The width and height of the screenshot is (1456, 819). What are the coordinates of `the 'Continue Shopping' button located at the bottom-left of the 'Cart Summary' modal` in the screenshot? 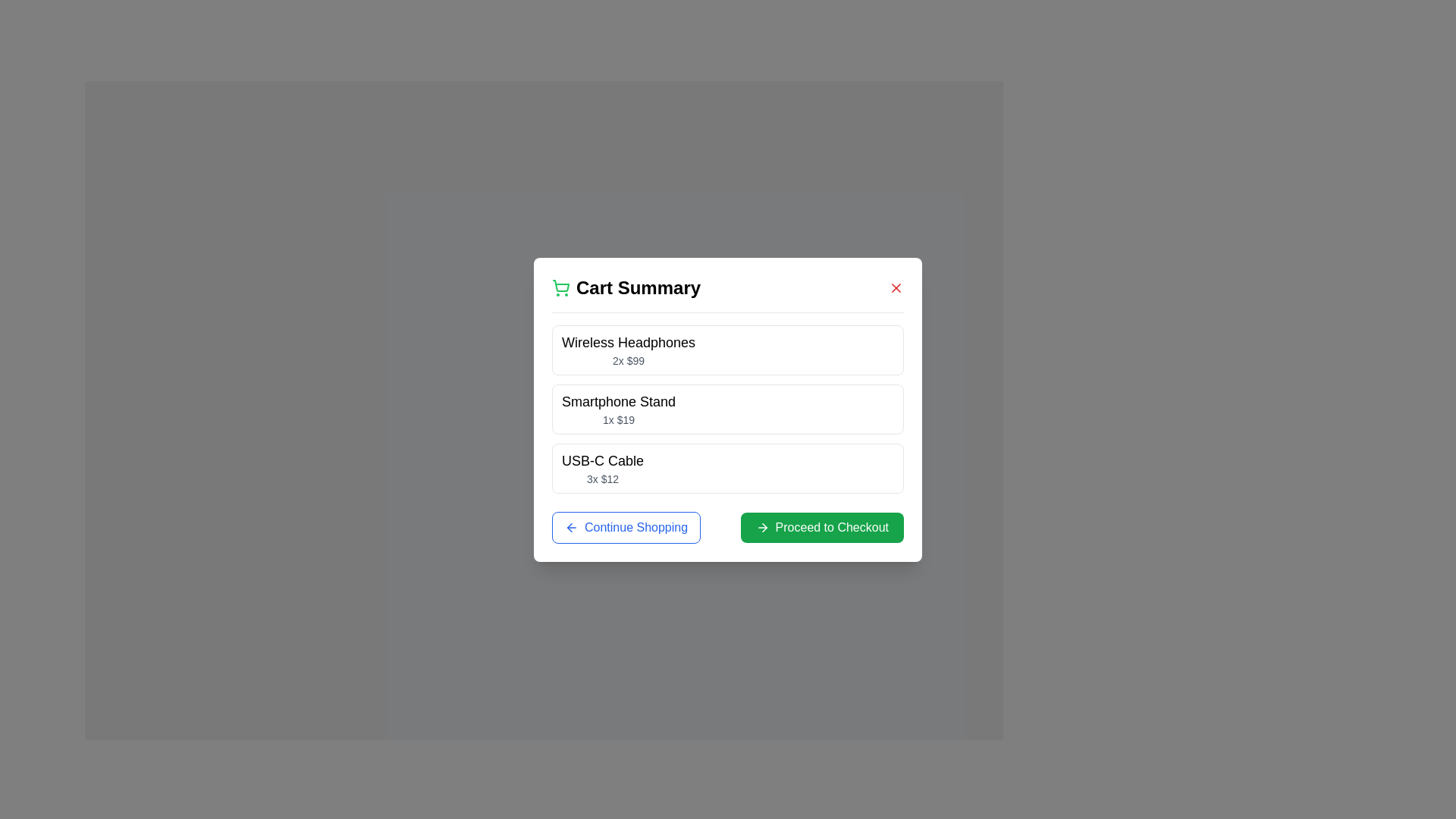 It's located at (626, 526).